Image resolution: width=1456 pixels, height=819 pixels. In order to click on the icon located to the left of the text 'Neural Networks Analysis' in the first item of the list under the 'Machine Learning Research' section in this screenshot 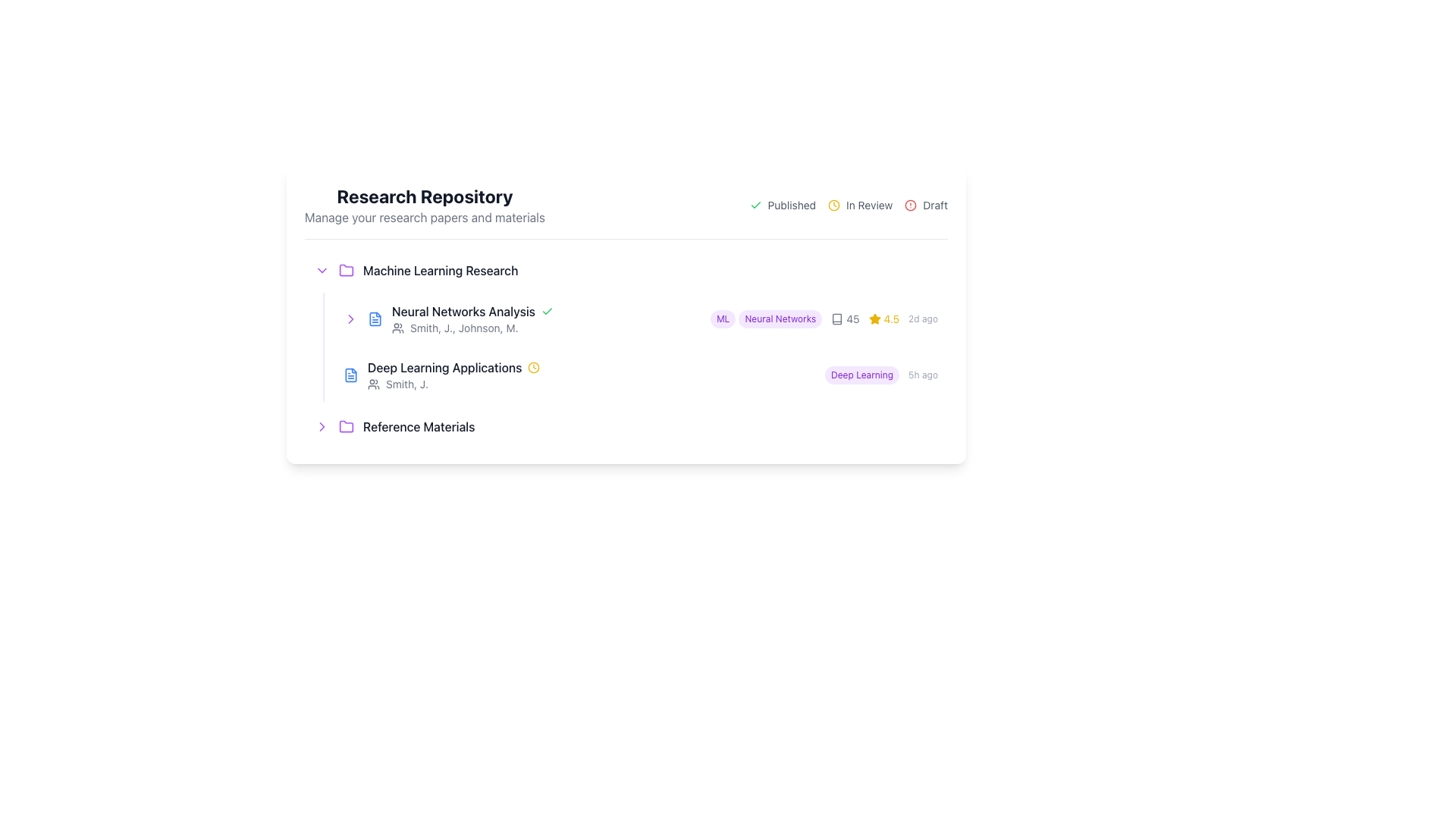, I will do `click(375, 318)`.